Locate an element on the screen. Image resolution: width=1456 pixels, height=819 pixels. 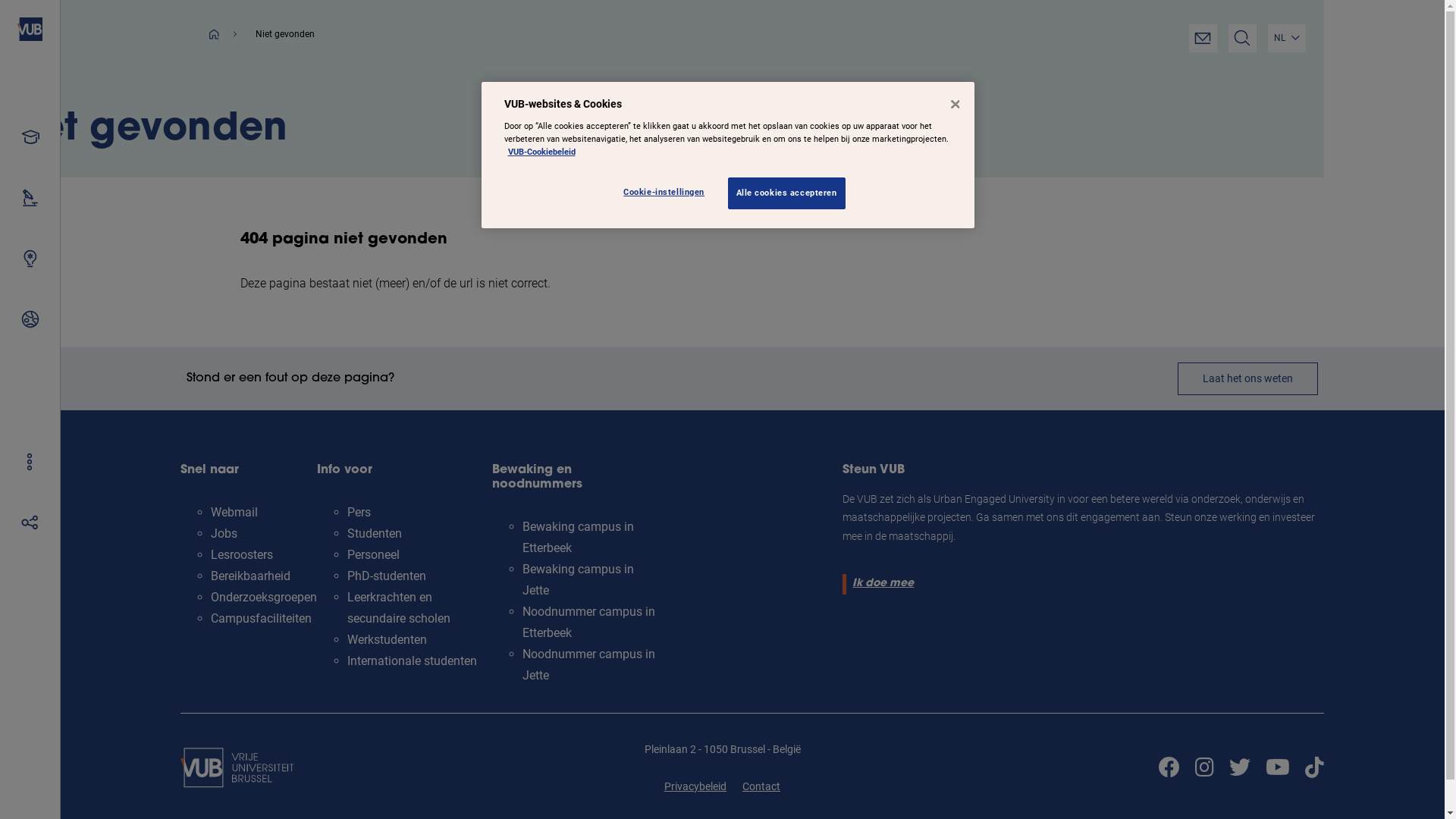
'Contact' is located at coordinates (761, 786).